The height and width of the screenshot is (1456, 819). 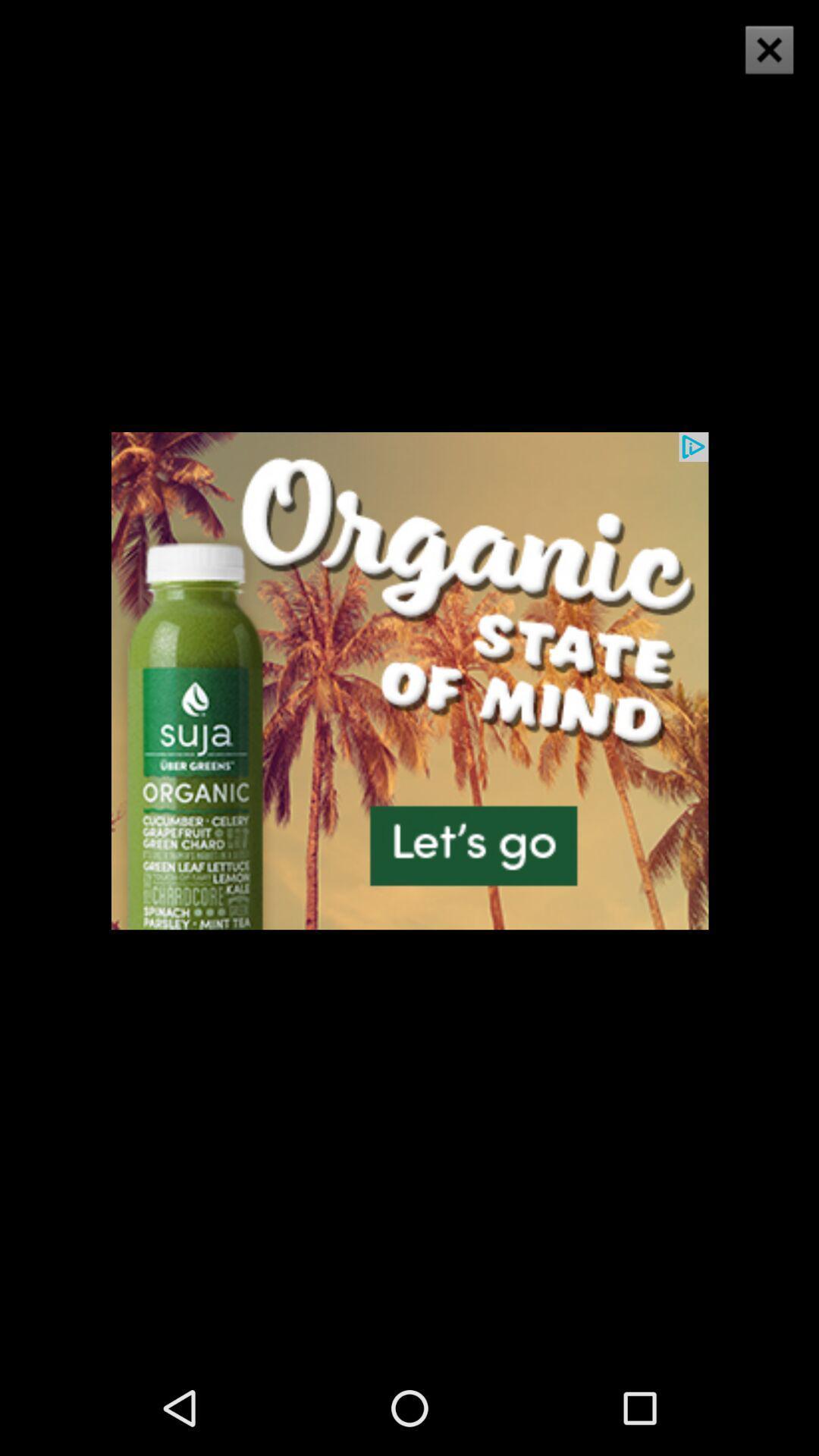 What do you see at coordinates (769, 49) in the screenshot?
I see `icon at the top right corner` at bounding box center [769, 49].